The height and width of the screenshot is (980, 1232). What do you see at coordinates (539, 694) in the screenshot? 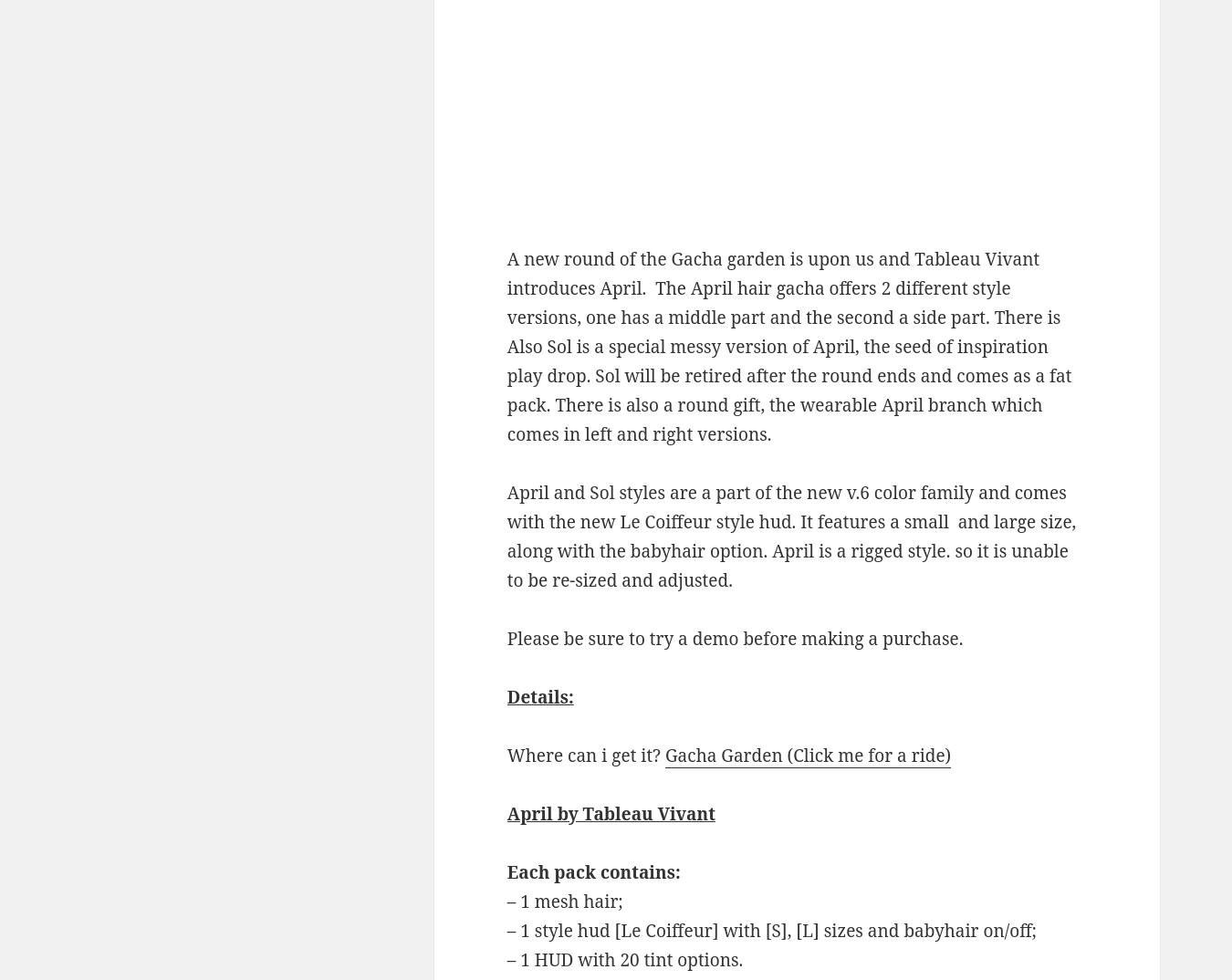
I see `'Details:'` at bounding box center [539, 694].